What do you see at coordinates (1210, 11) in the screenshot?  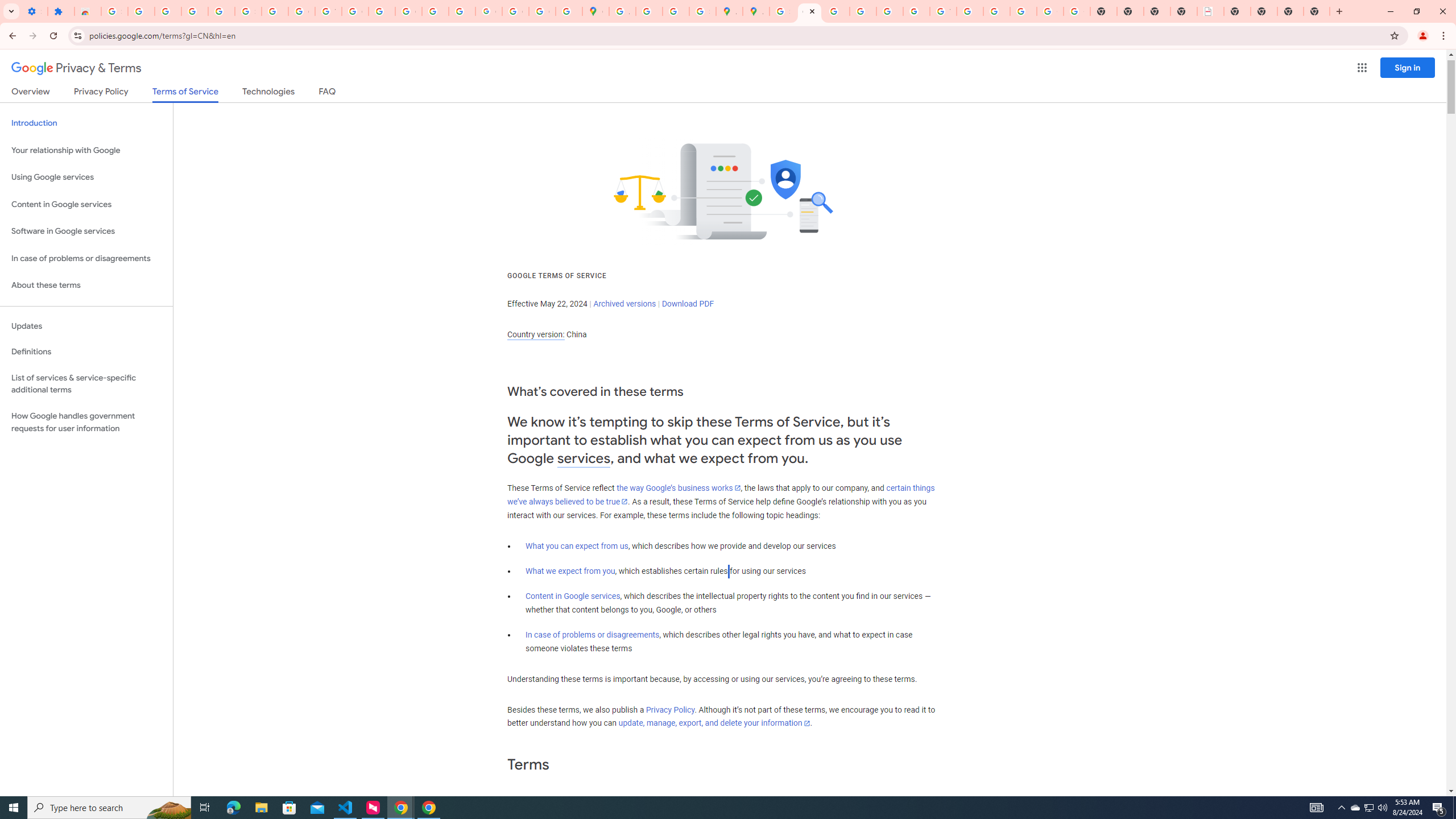 I see `'LAAD Defence & Security 2025 | BAE Systems'` at bounding box center [1210, 11].